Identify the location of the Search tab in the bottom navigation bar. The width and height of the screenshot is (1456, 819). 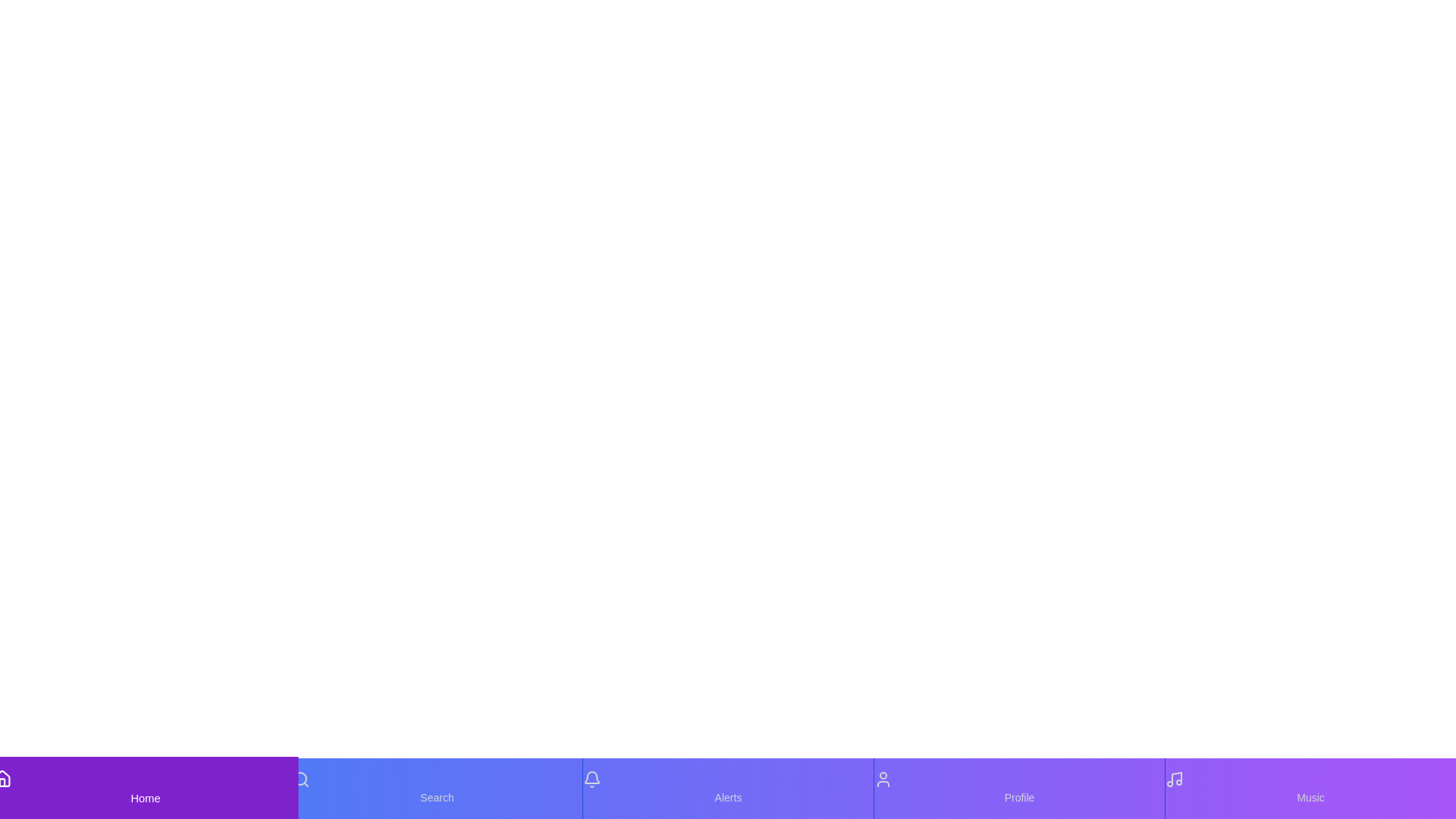
(436, 788).